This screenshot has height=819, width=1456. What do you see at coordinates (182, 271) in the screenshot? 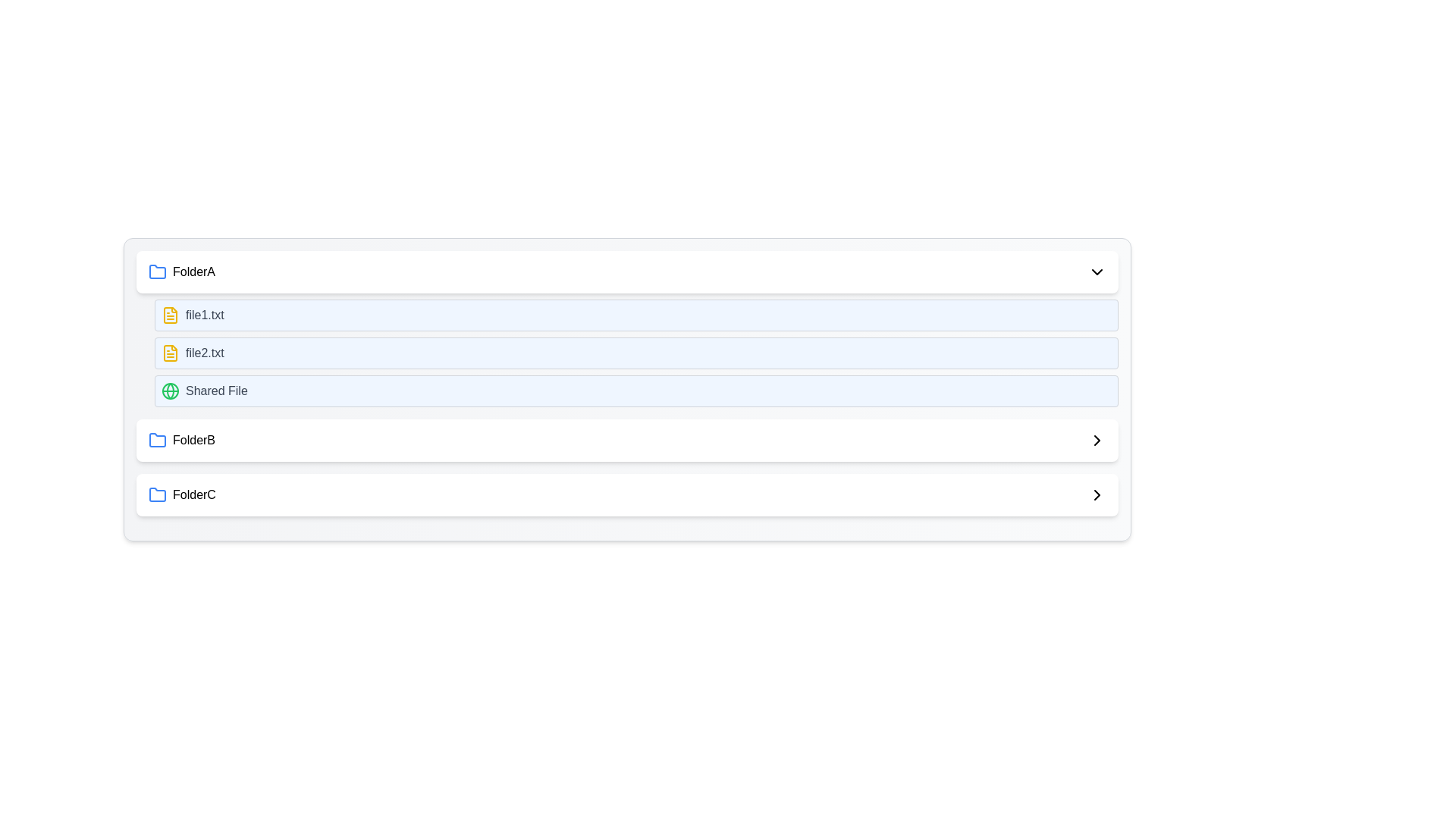
I see `the label 'FolderA' which is visually represented next to a blue folder icon, located at the topmost entry of a vertical list` at bounding box center [182, 271].